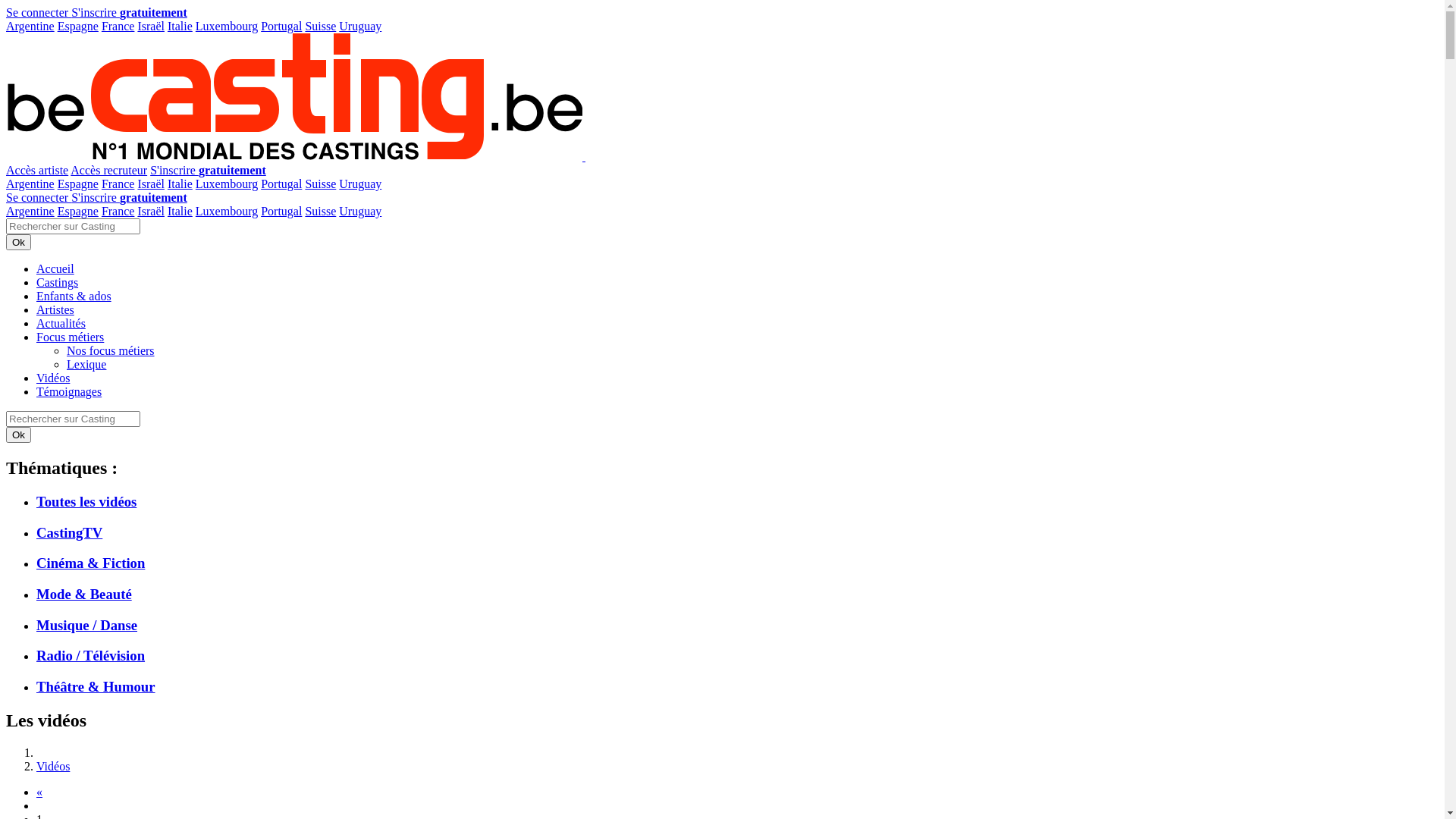  I want to click on 'Uruguay', so click(359, 26).